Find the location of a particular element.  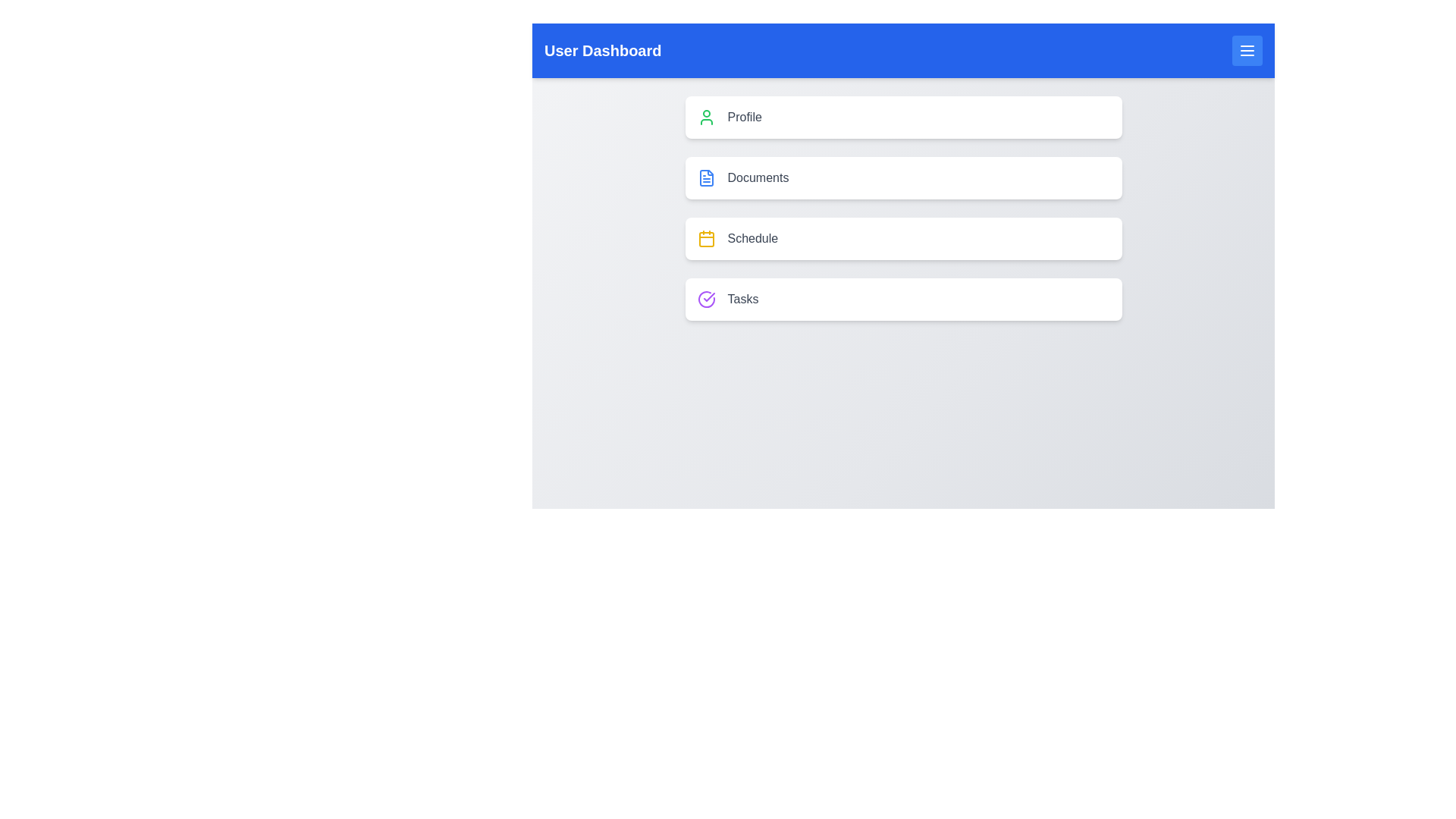

the menu item Schedule is located at coordinates (903, 239).